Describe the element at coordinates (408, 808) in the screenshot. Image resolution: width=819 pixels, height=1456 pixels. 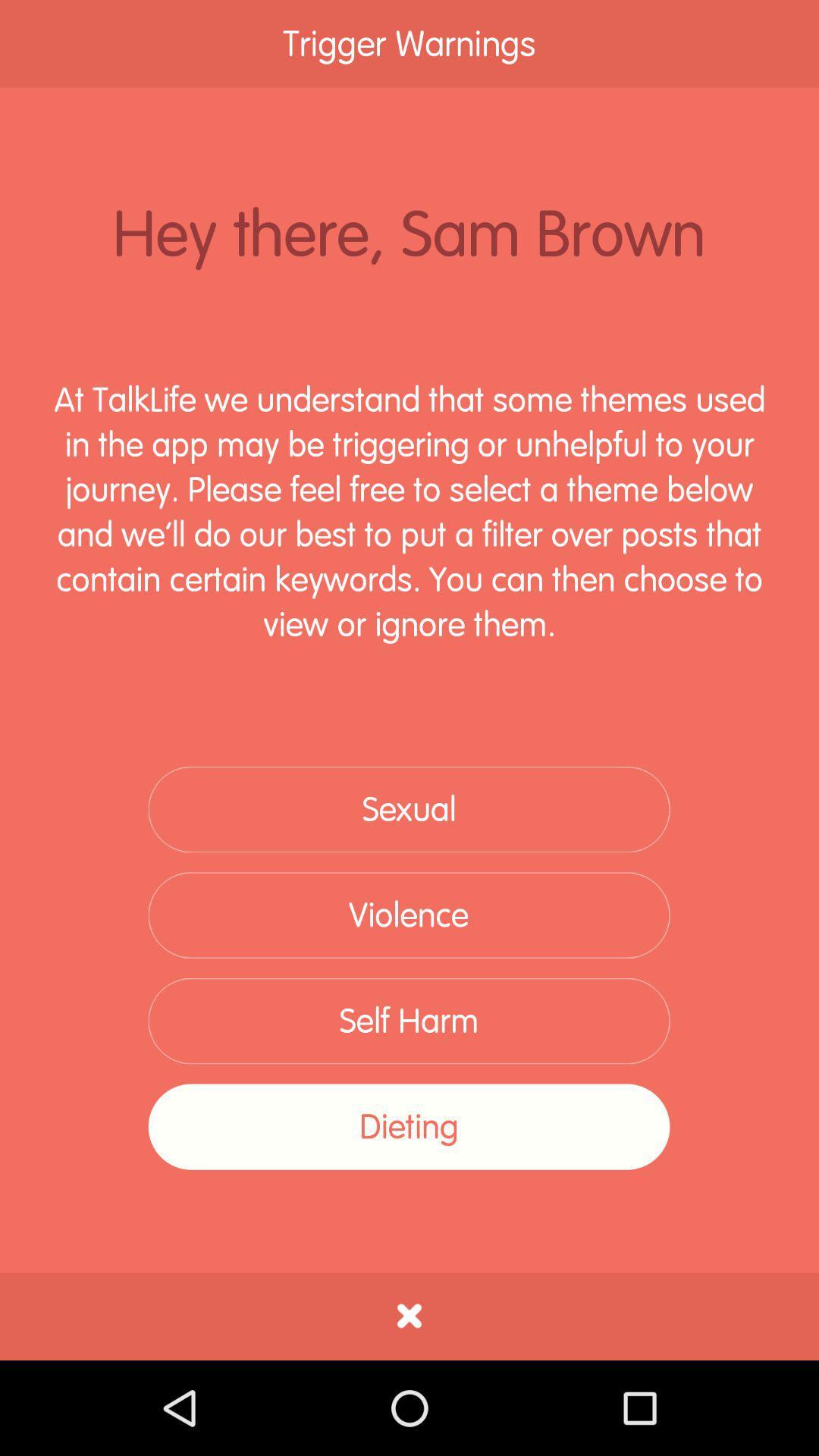
I see `the item above the violence item` at that location.